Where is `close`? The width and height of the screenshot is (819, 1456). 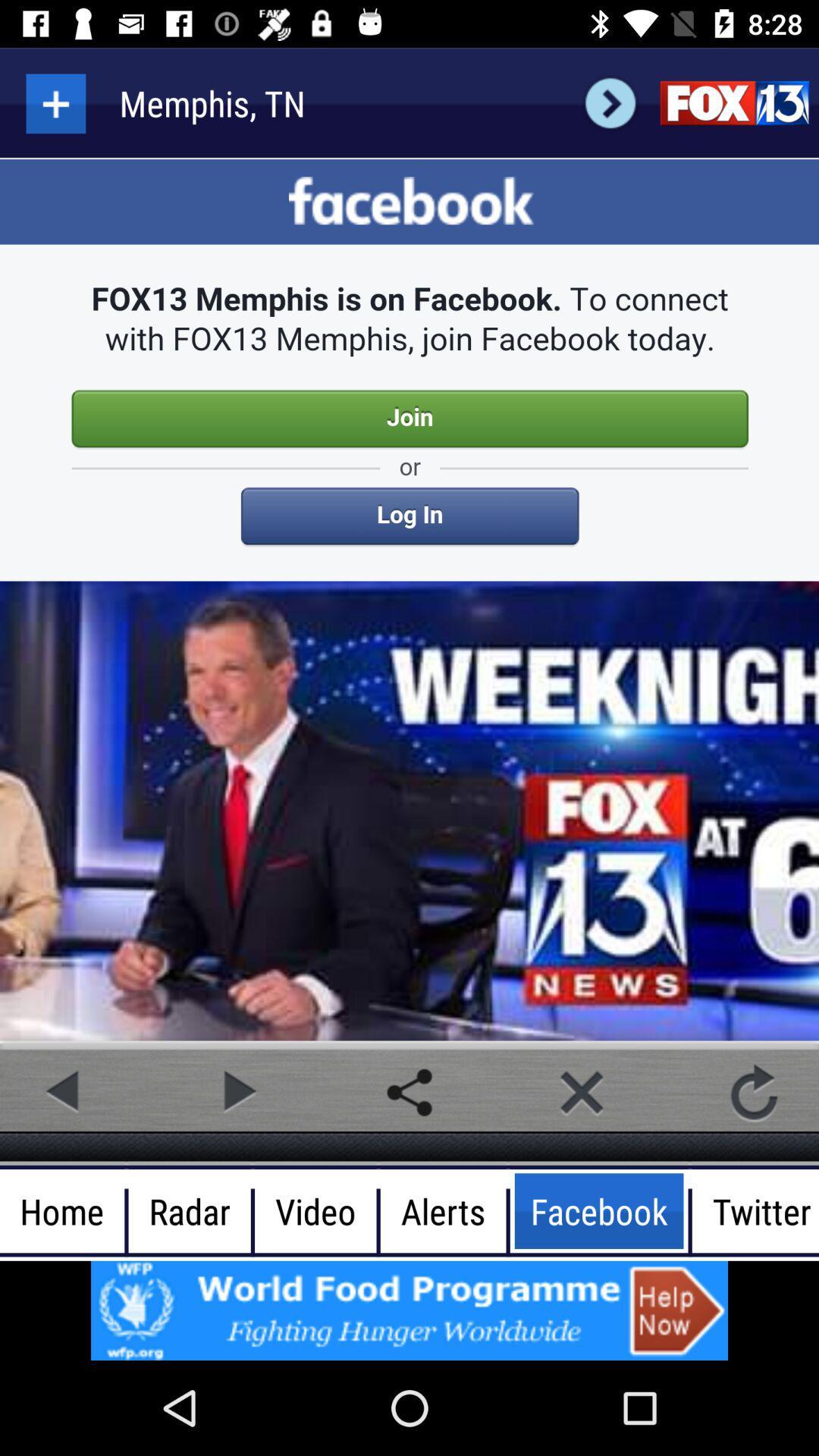 close is located at coordinates (581, 1092).